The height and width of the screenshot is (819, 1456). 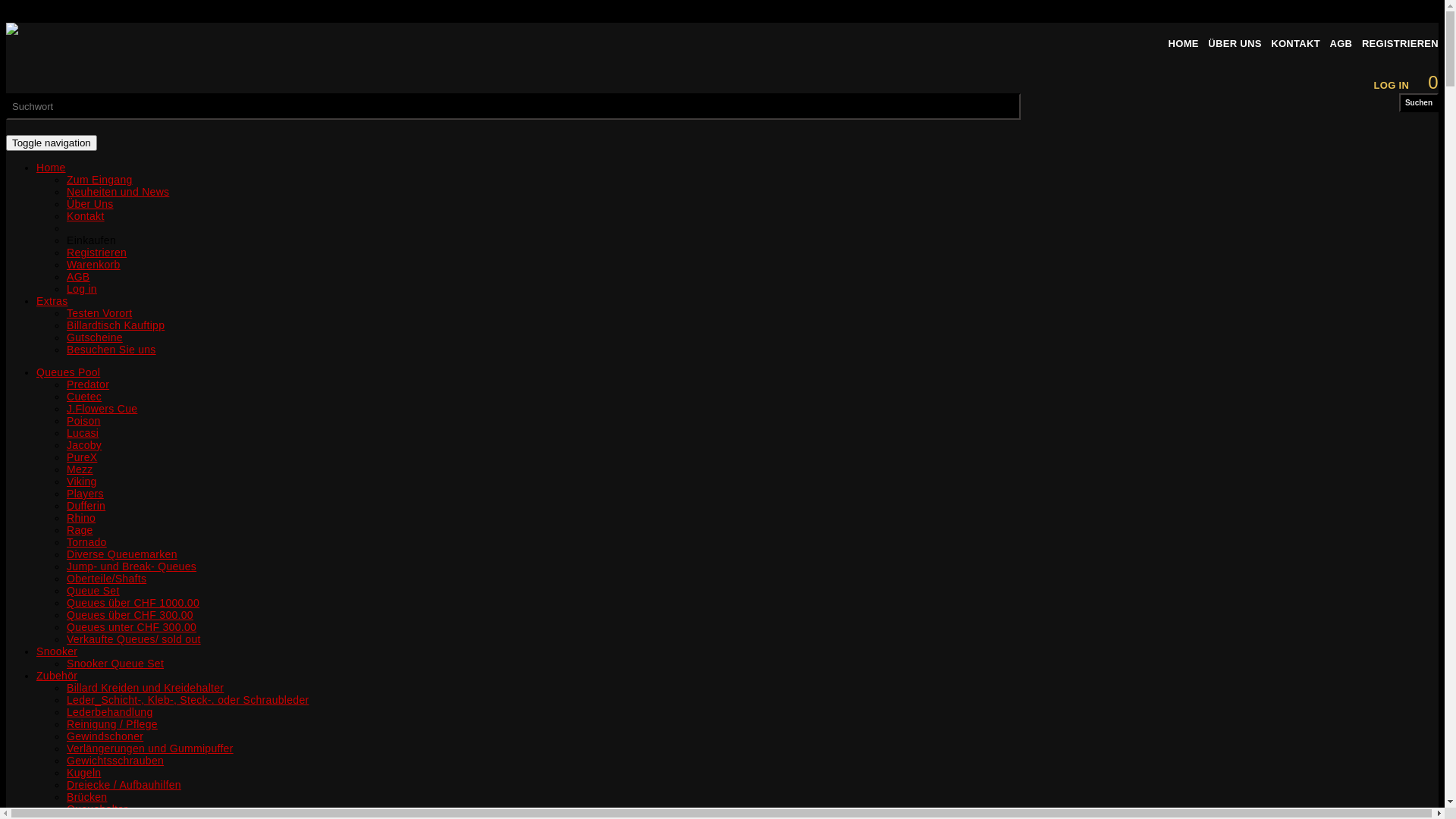 I want to click on 'Home', so click(x=51, y=167).